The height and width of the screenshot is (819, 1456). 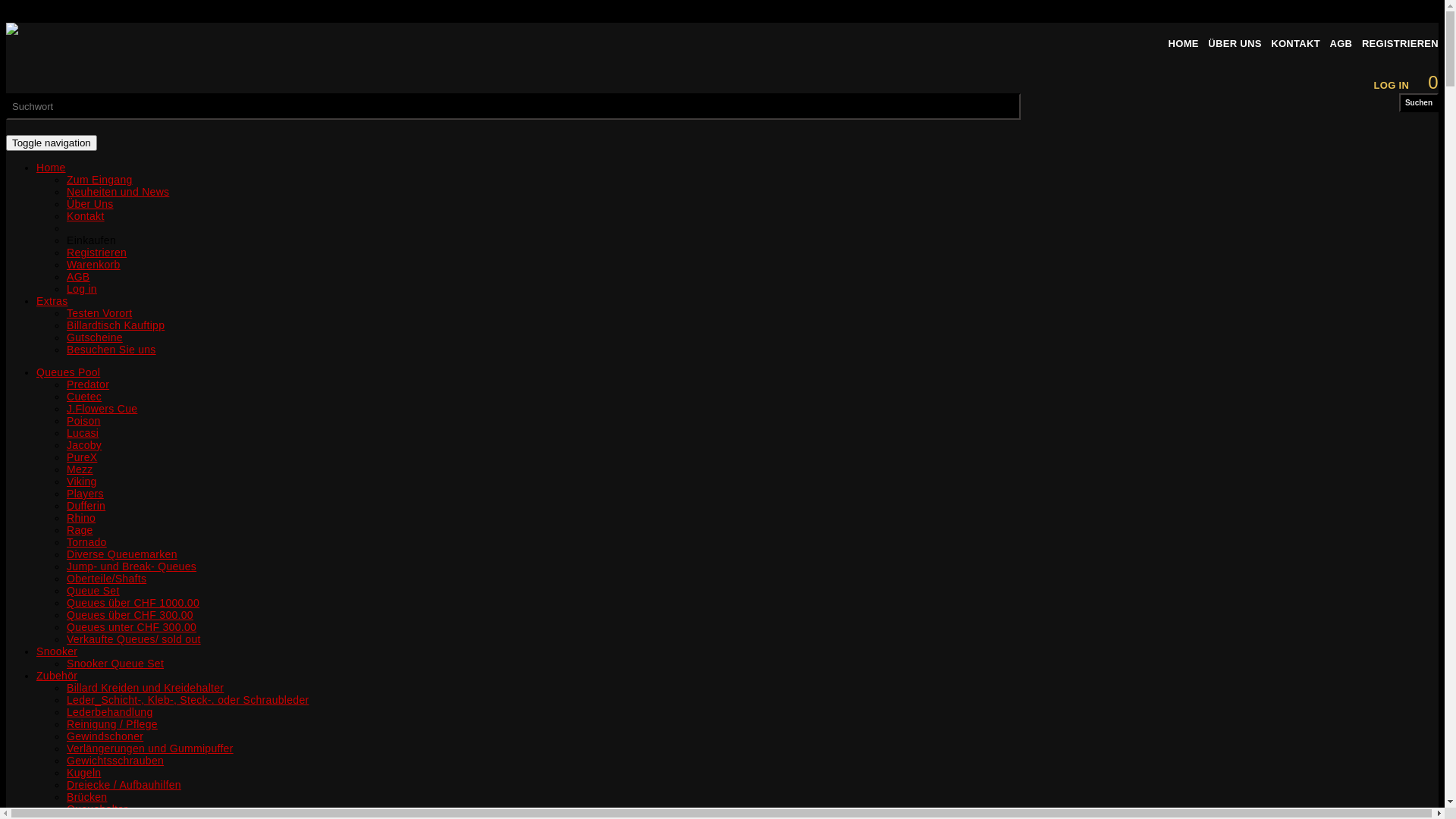 I want to click on 'Home', so click(x=51, y=167).